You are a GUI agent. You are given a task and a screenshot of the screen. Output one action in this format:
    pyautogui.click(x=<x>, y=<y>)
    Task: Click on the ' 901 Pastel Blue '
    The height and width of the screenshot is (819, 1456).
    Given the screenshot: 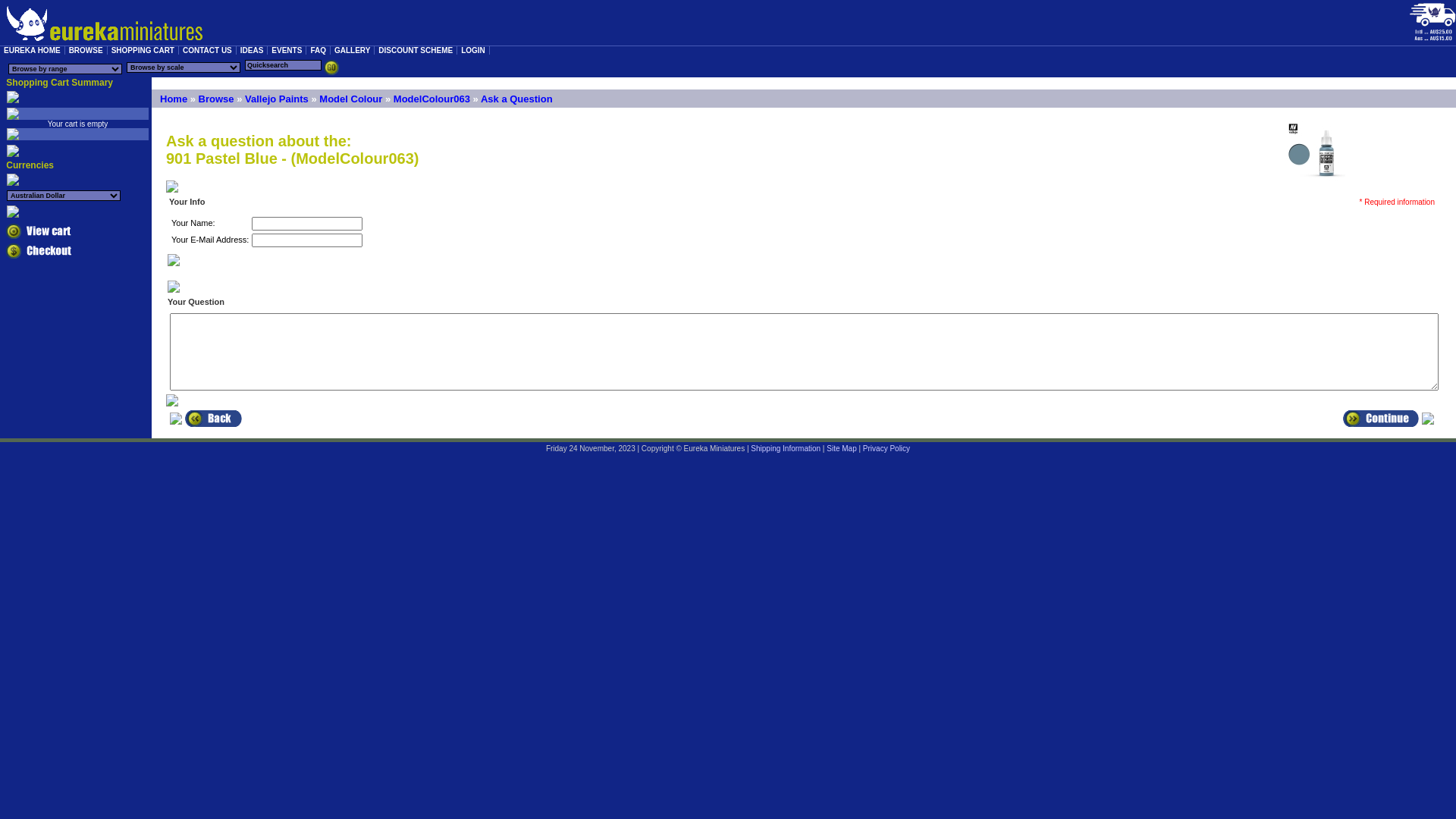 What is the action you would take?
    pyautogui.click(x=1313, y=149)
    